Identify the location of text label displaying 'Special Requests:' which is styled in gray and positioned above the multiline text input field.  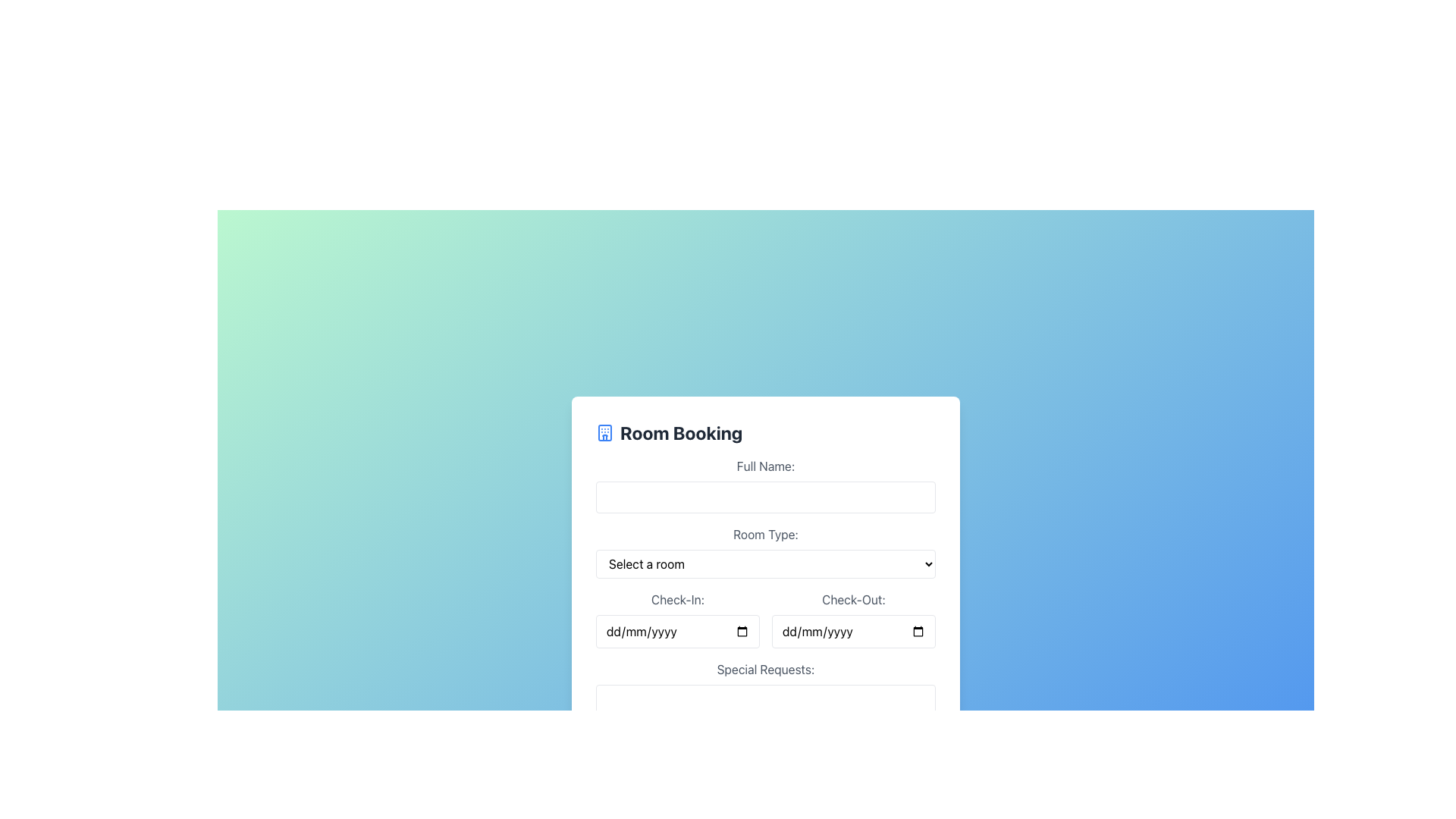
(765, 669).